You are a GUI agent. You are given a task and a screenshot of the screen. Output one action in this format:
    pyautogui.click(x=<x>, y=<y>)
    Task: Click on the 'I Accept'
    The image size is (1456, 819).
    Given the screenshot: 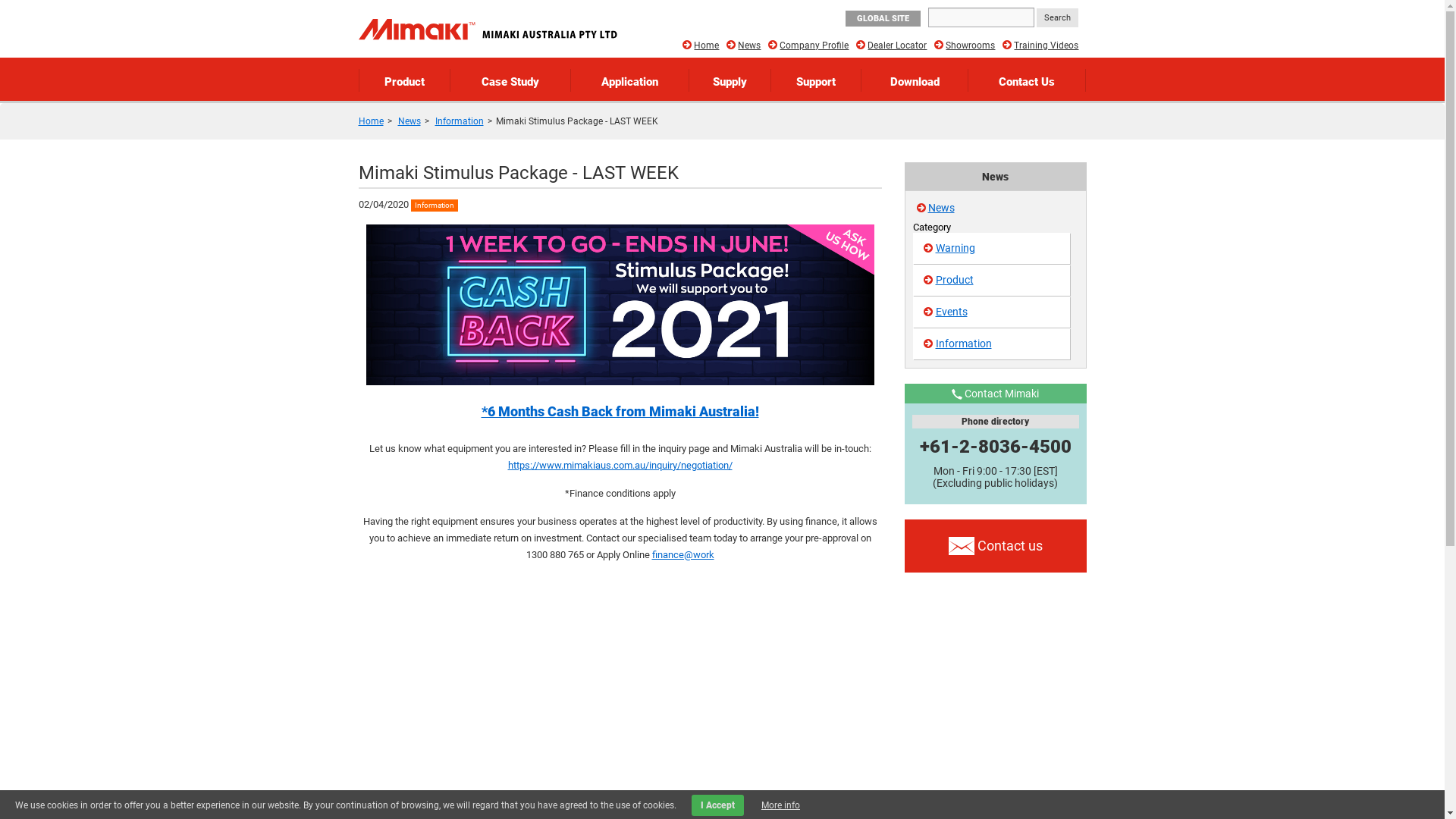 What is the action you would take?
    pyautogui.click(x=691, y=804)
    